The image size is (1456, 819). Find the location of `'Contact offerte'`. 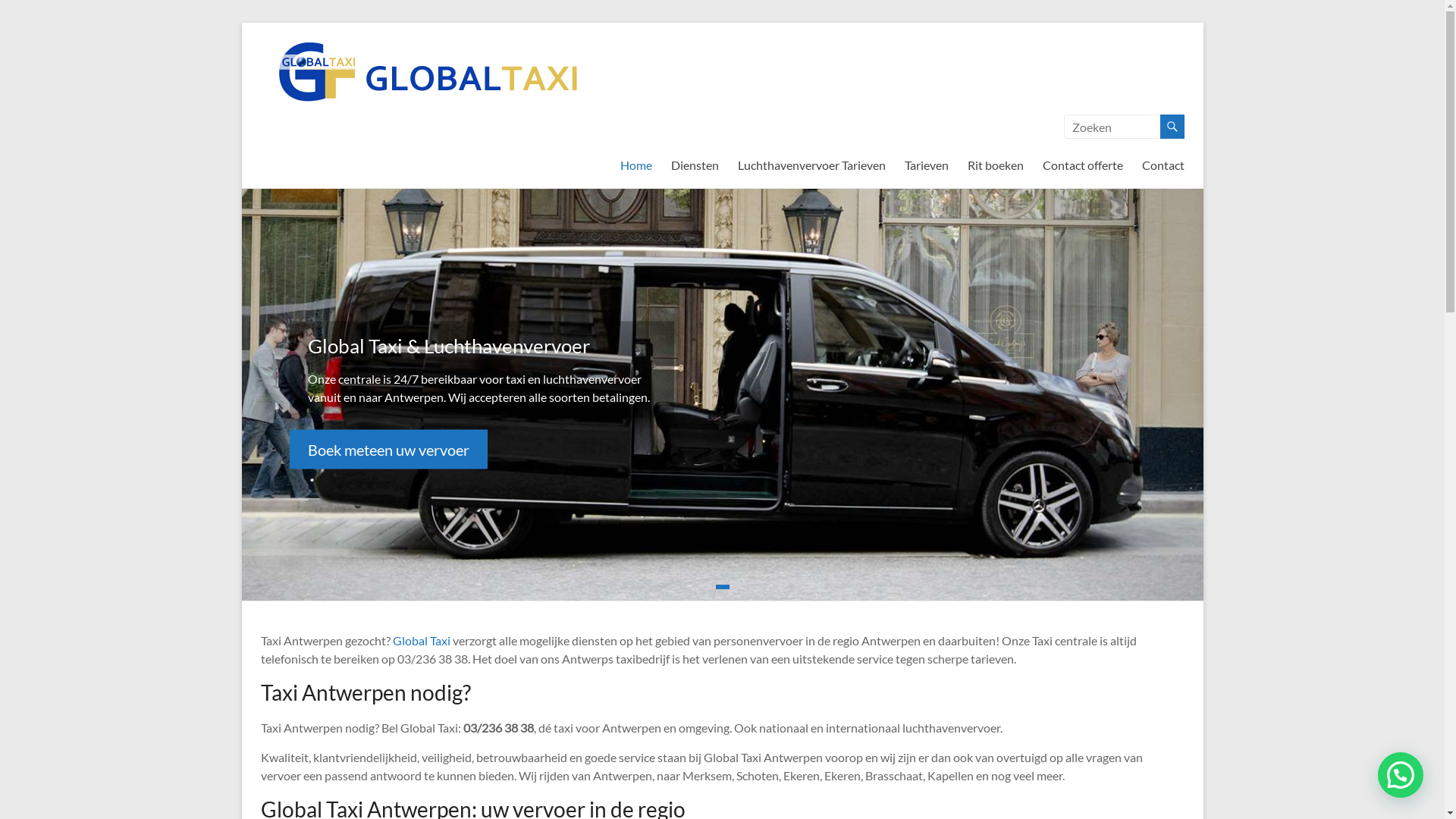

'Contact offerte' is located at coordinates (1081, 165).